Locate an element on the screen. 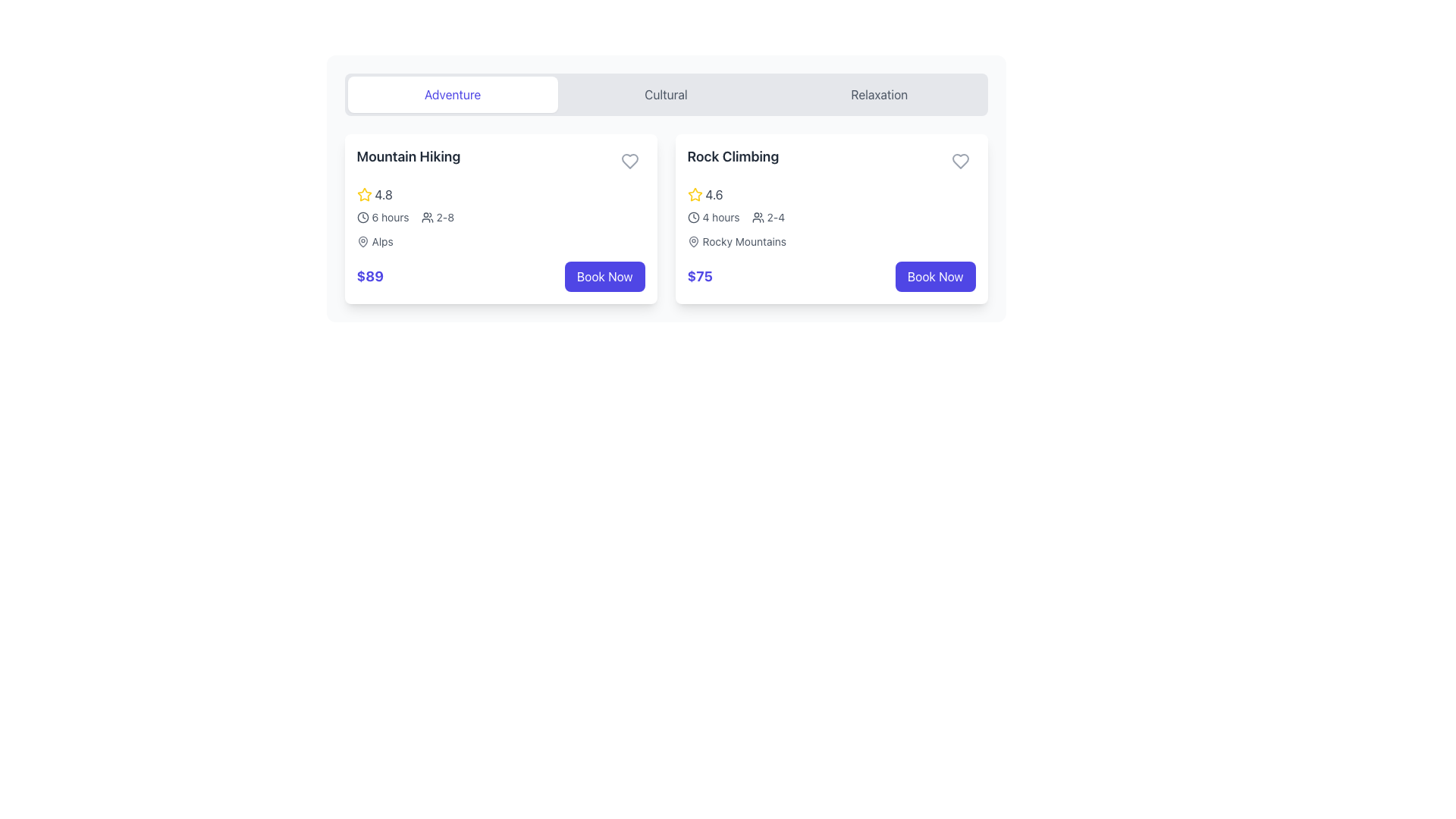 The height and width of the screenshot is (819, 1456). the text element that indicates the geographical location related to the 'Rock Climbing' activity, which is positioned below the title and follows a map pin icon is located at coordinates (744, 241).